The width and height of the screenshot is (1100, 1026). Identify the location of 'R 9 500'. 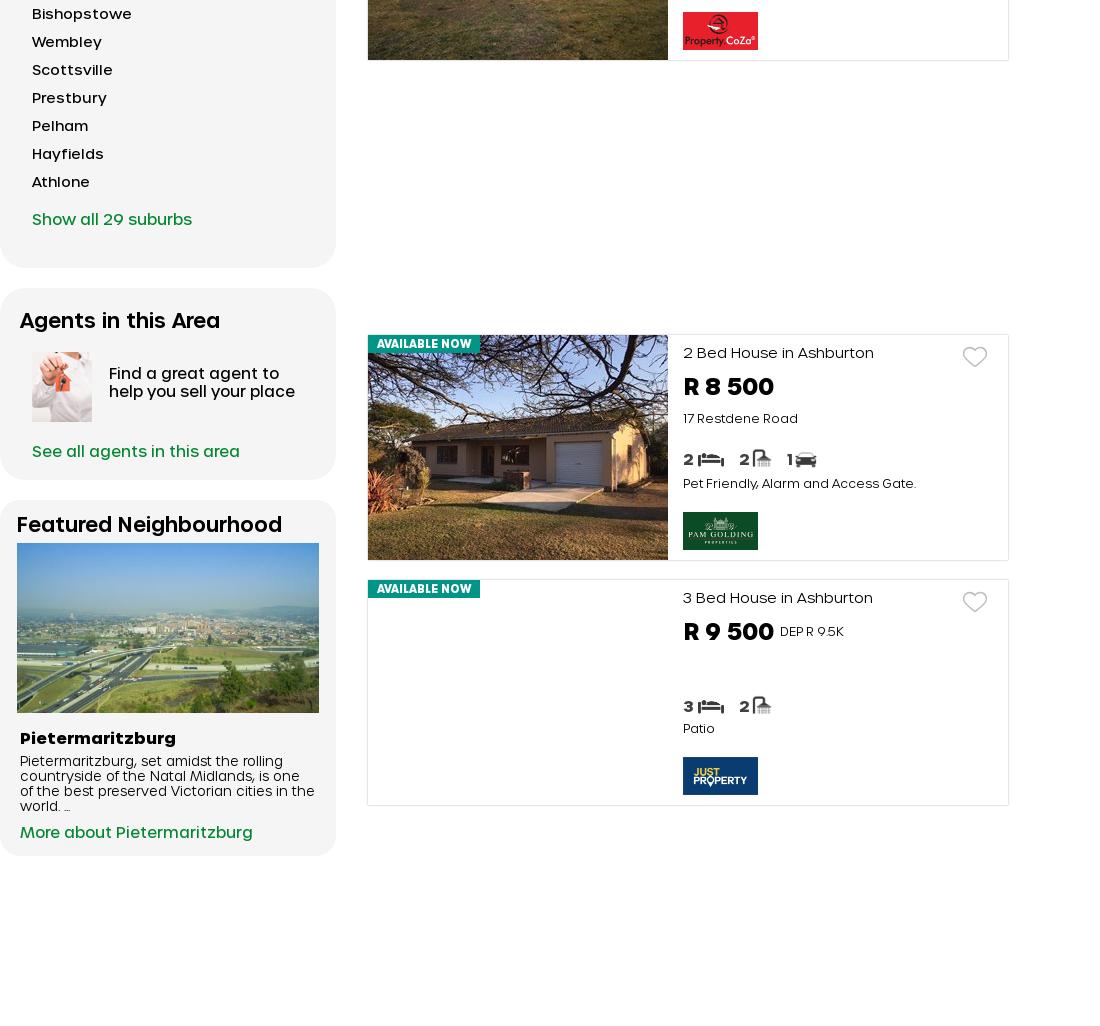
(727, 630).